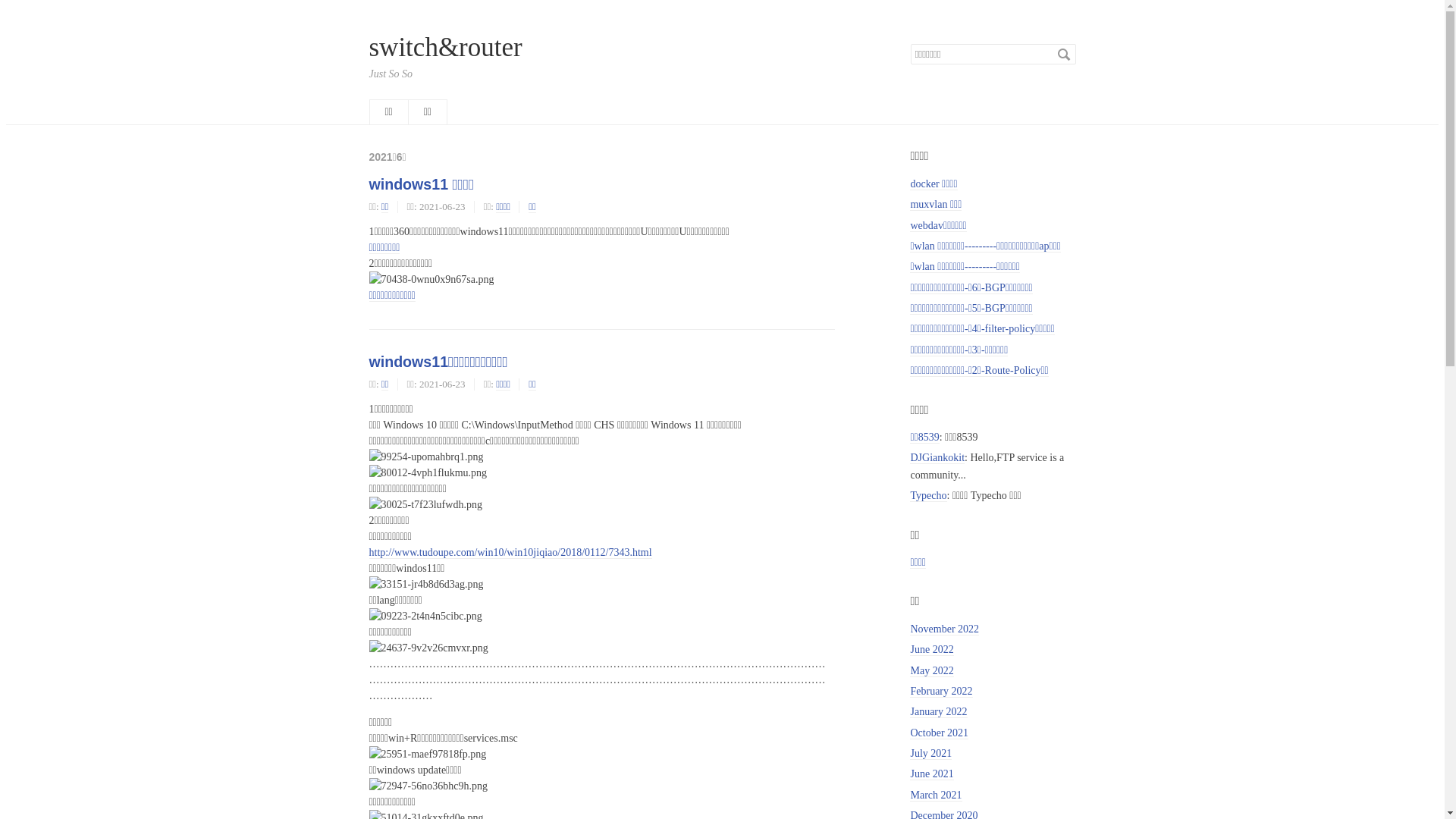 This screenshot has width=1456, height=819. What do you see at coordinates (943, 629) in the screenshot?
I see `'November 2022'` at bounding box center [943, 629].